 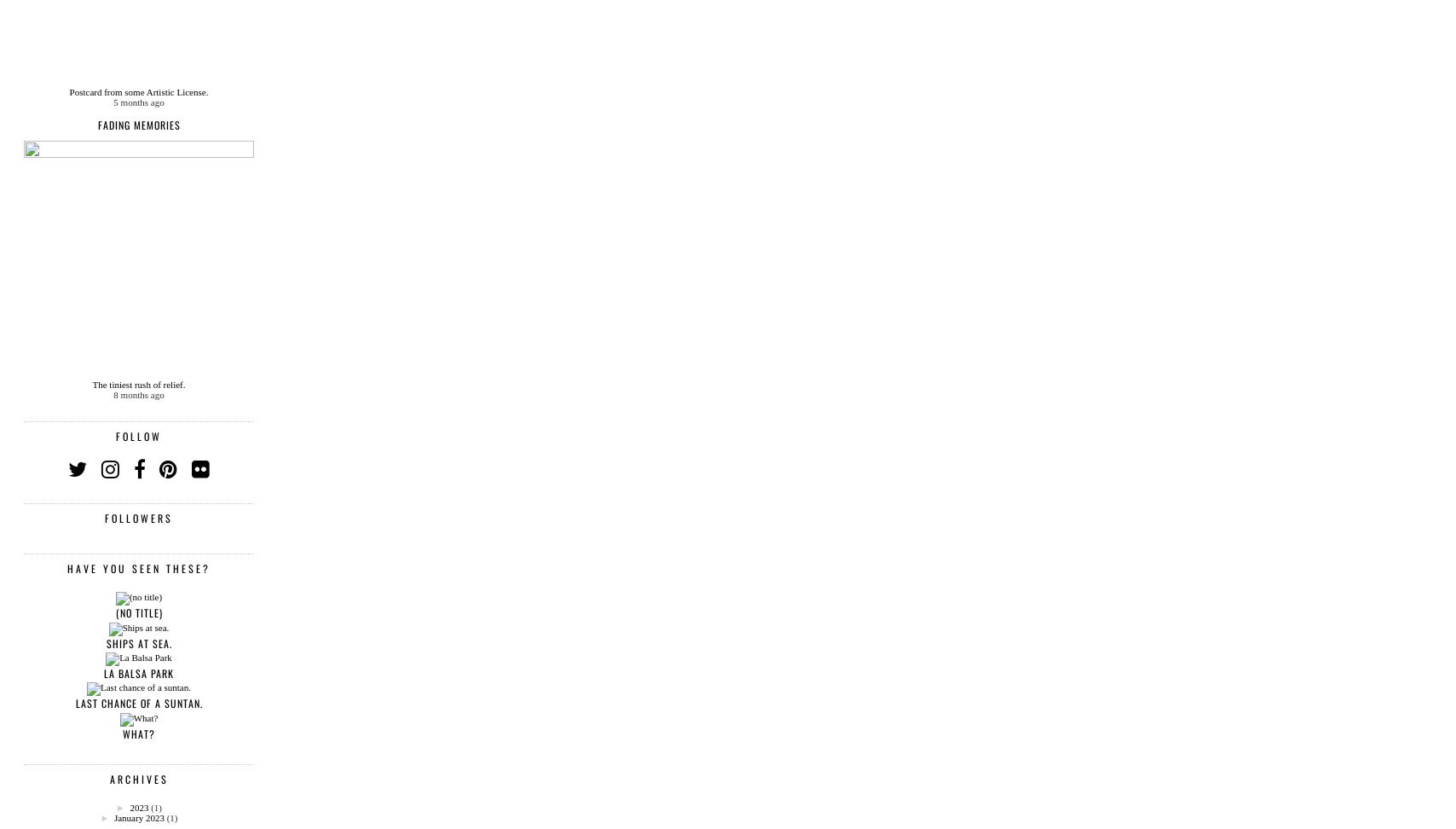 What do you see at coordinates (138, 125) in the screenshot?
I see `'Fading Memories'` at bounding box center [138, 125].